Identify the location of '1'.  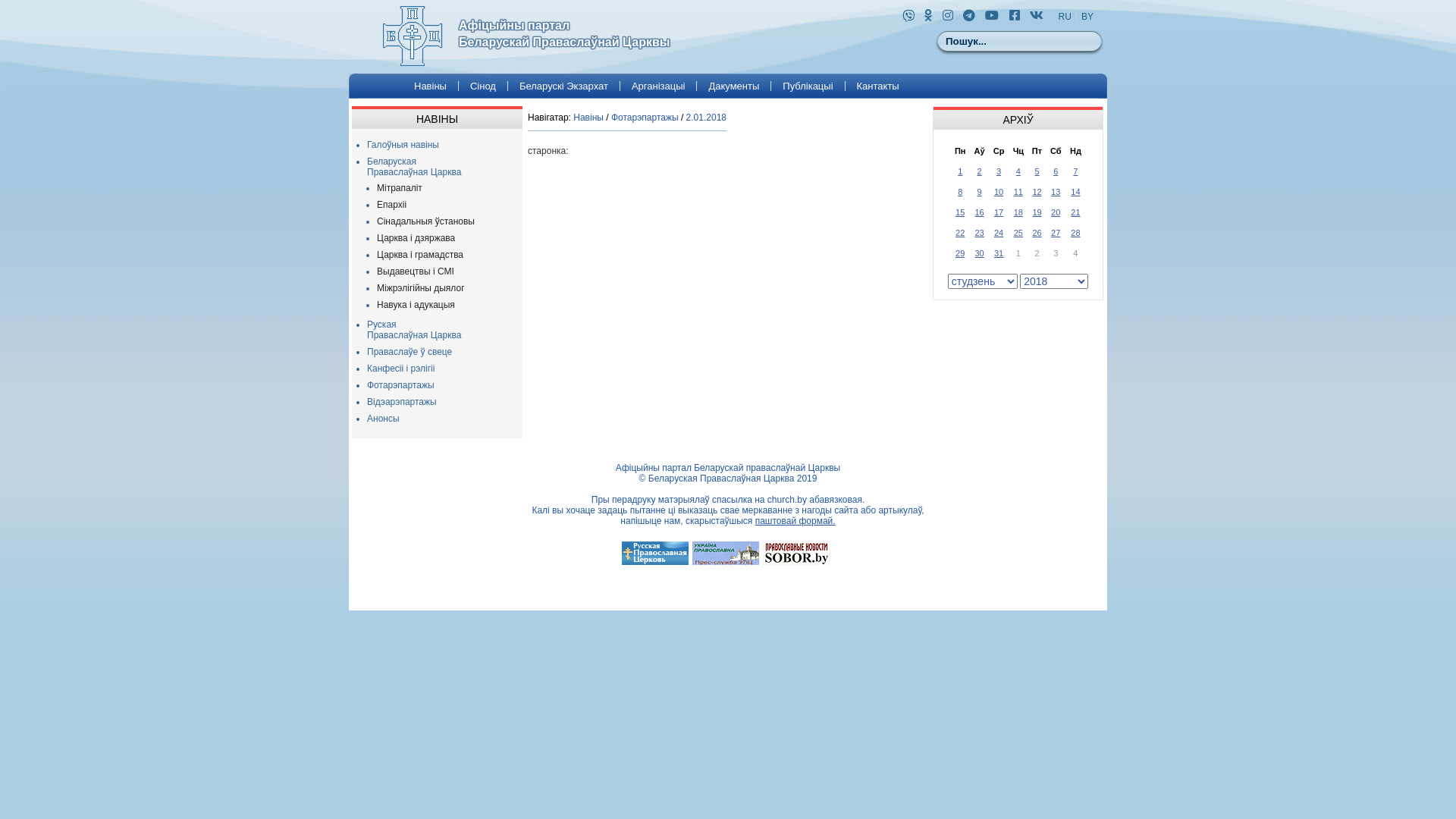
(959, 171).